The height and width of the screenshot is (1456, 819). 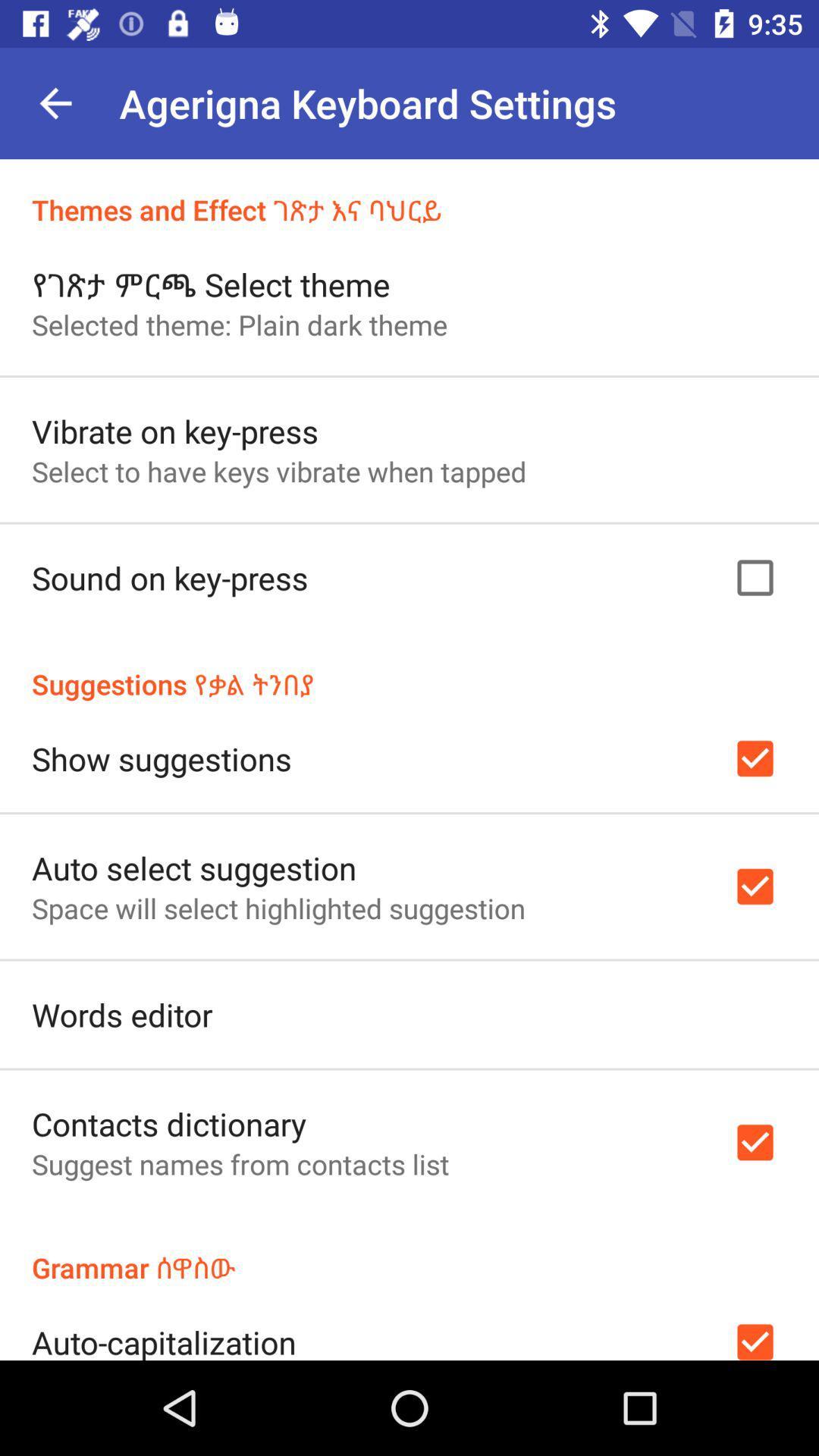 What do you see at coordinates (55, 102) in the screenshot?
I see `the icon above themes and effect item` at bounding box center [55, 102].